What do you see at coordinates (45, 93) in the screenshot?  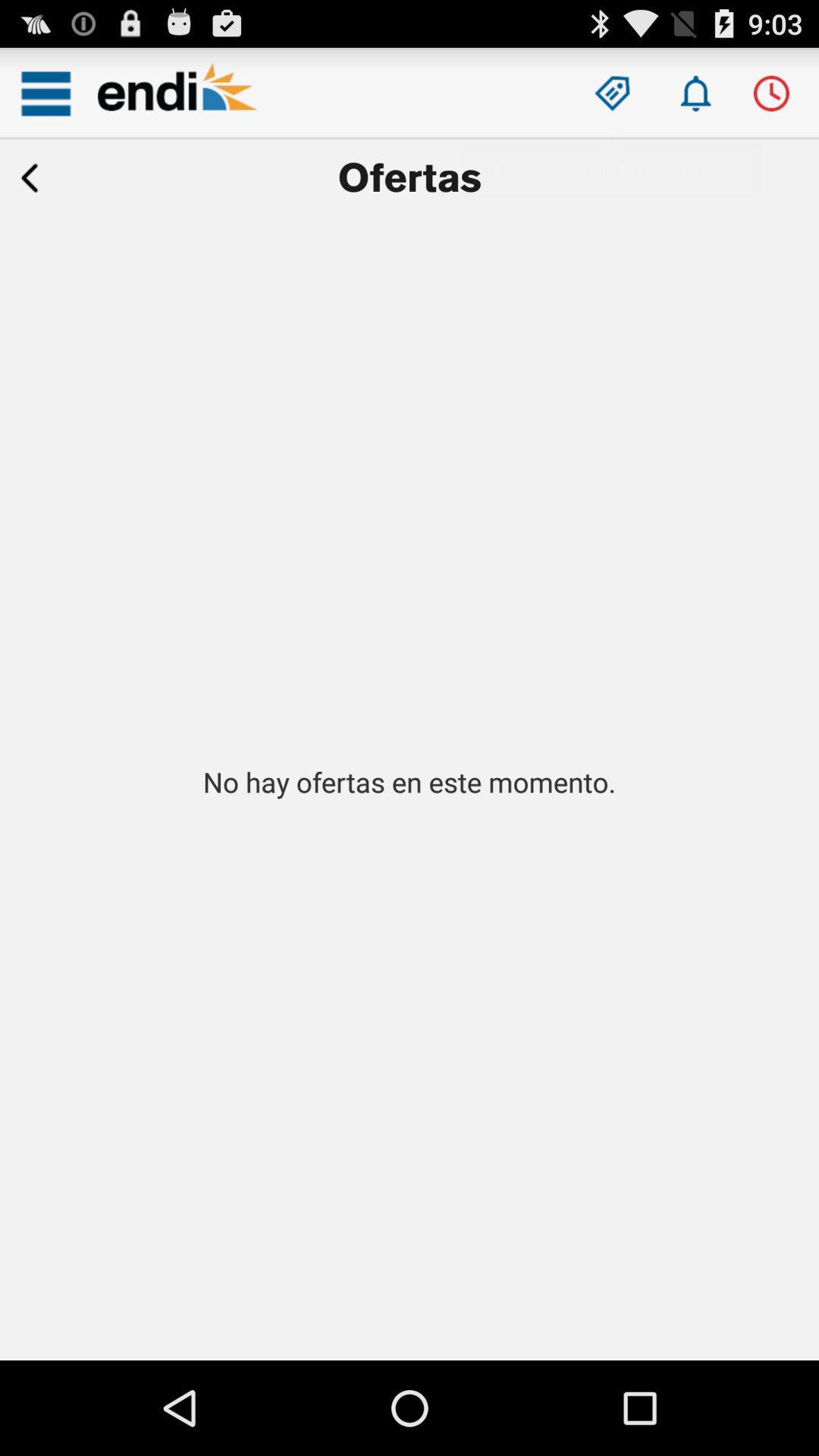 I see `open menu` at bounding box center [45, 93].